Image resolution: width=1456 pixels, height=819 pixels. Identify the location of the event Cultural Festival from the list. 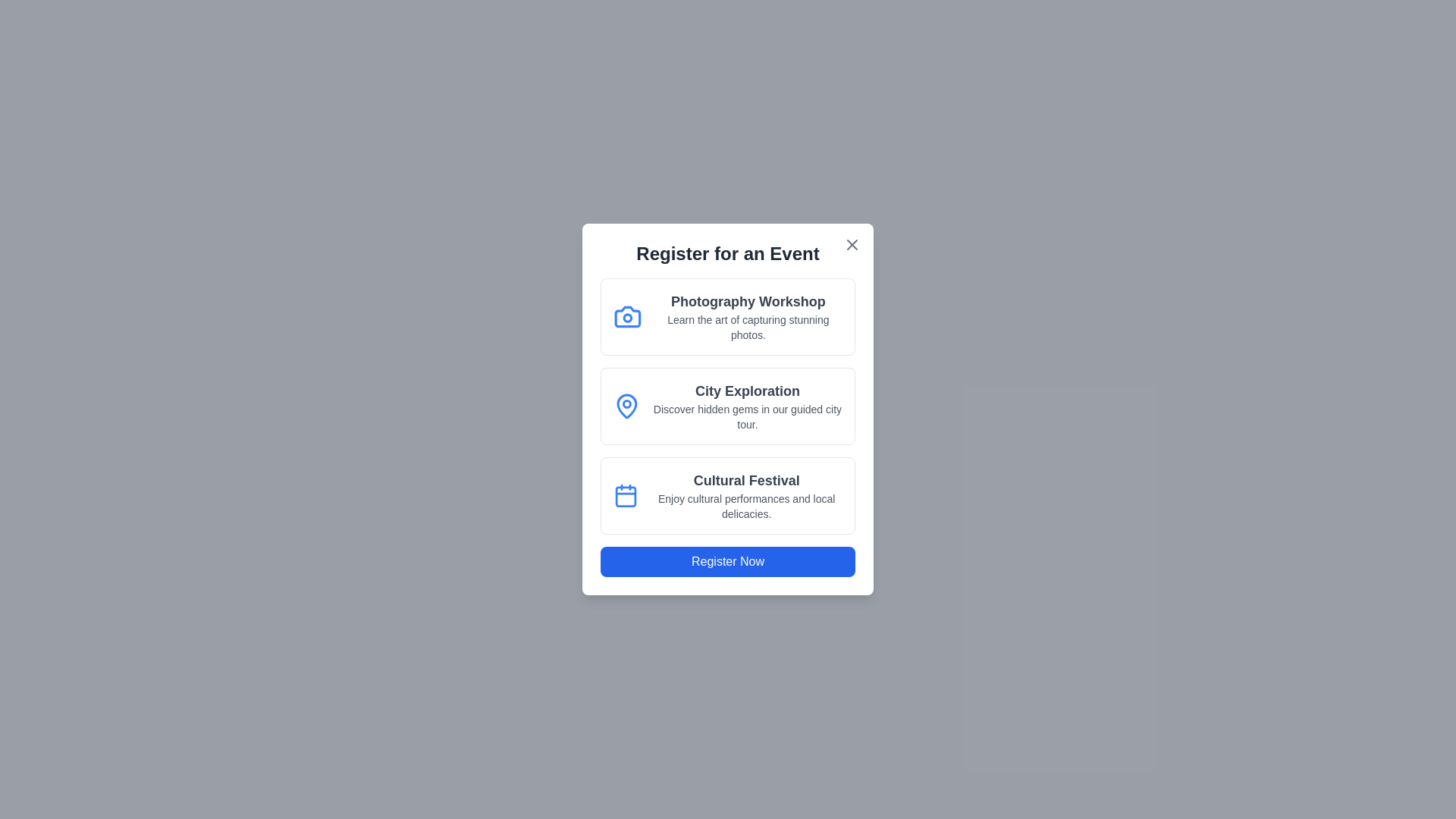
(728, 496).